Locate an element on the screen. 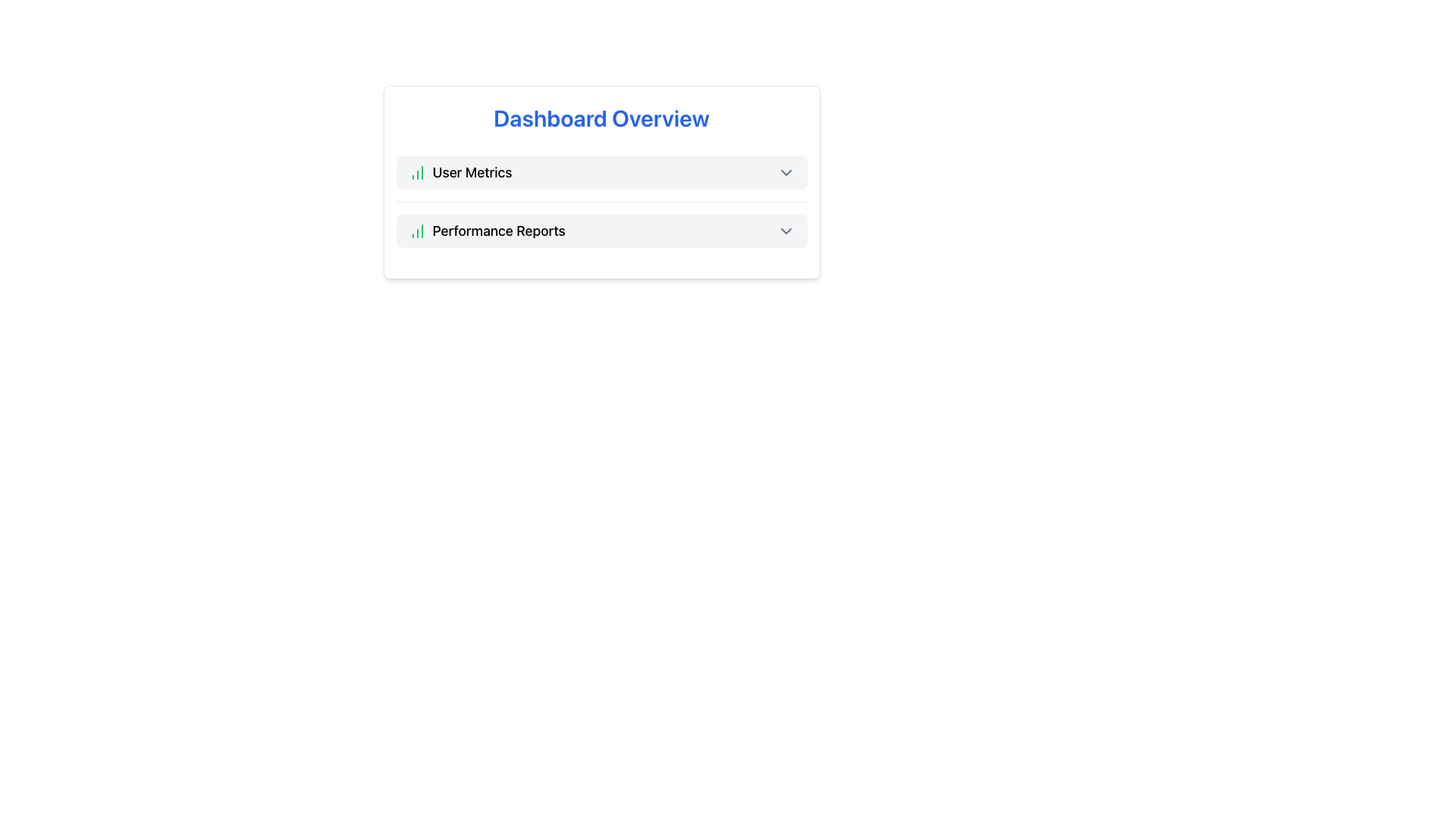 Image resolution: width=1456 pixels, height=819 pixels. the 'Performance Reports' button, which has a light gray background and is located below the 'User Metrics' item is located at coordinates (601, 231).